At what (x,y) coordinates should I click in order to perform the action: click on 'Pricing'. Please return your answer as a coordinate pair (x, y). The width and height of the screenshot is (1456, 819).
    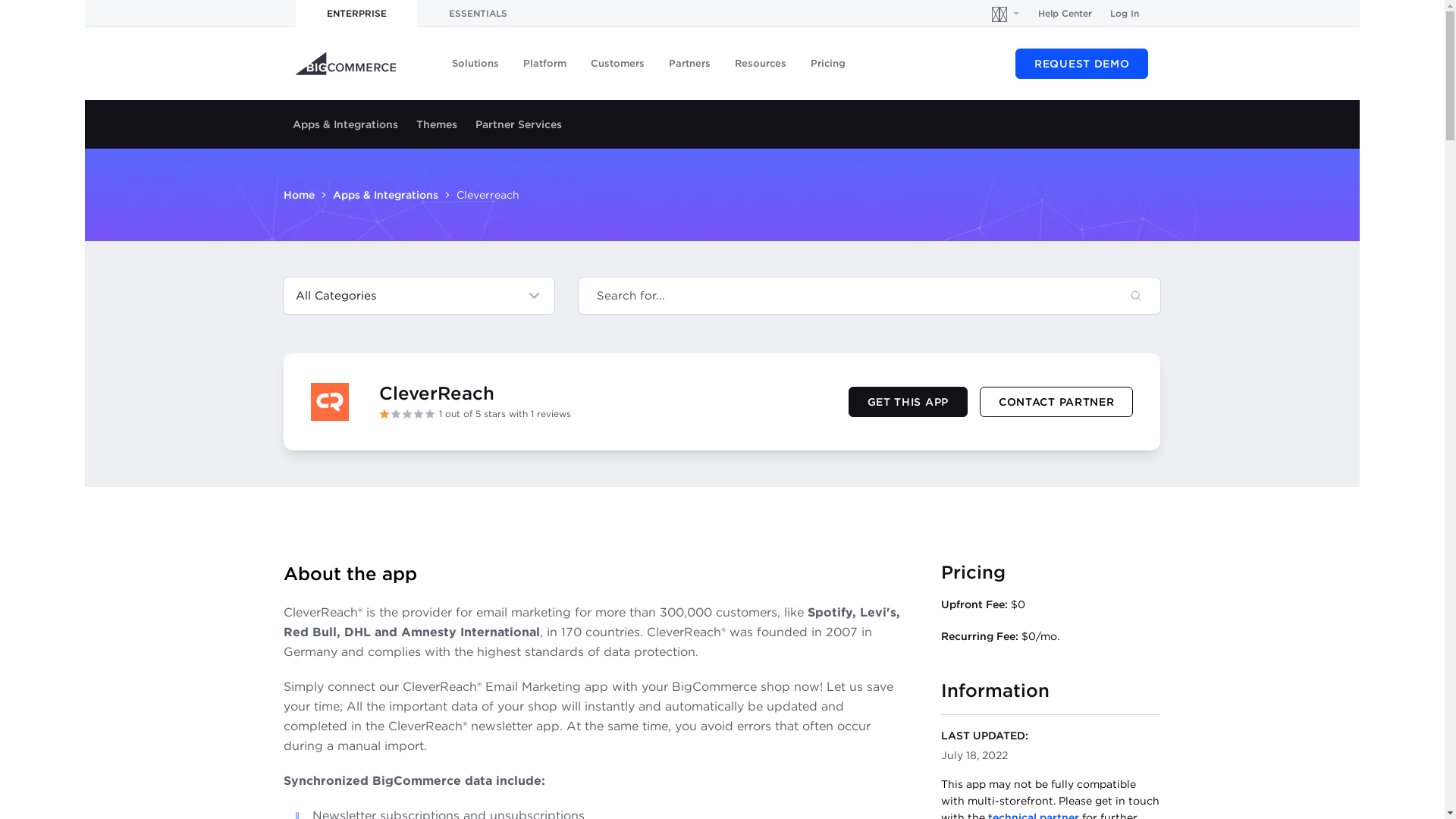
    Looking at the image, I should click on (827, 63).